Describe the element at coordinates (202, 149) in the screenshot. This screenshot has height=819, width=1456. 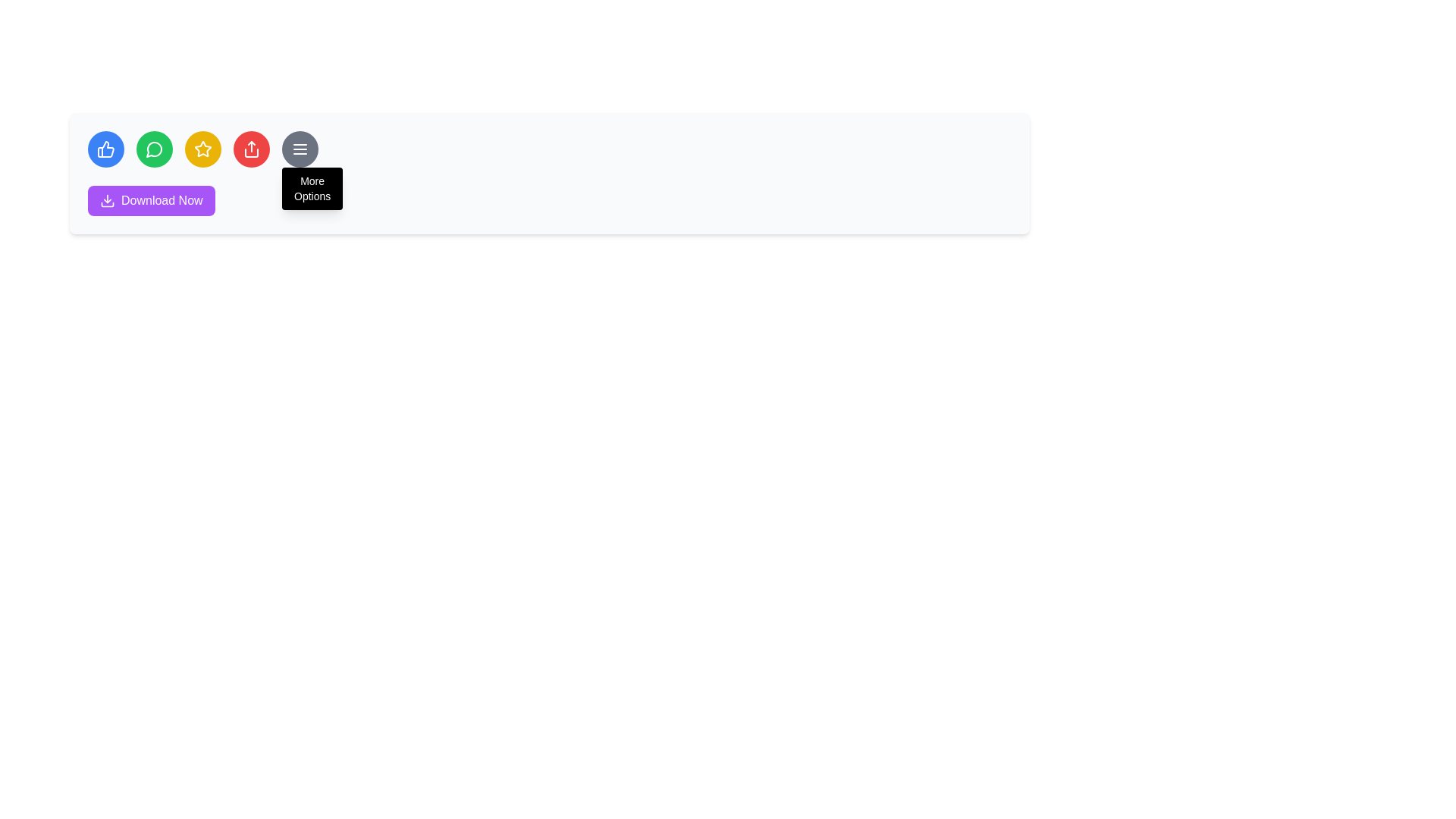
I see `the fourth circular Icon button located in the center-top area of the interface` at that location.